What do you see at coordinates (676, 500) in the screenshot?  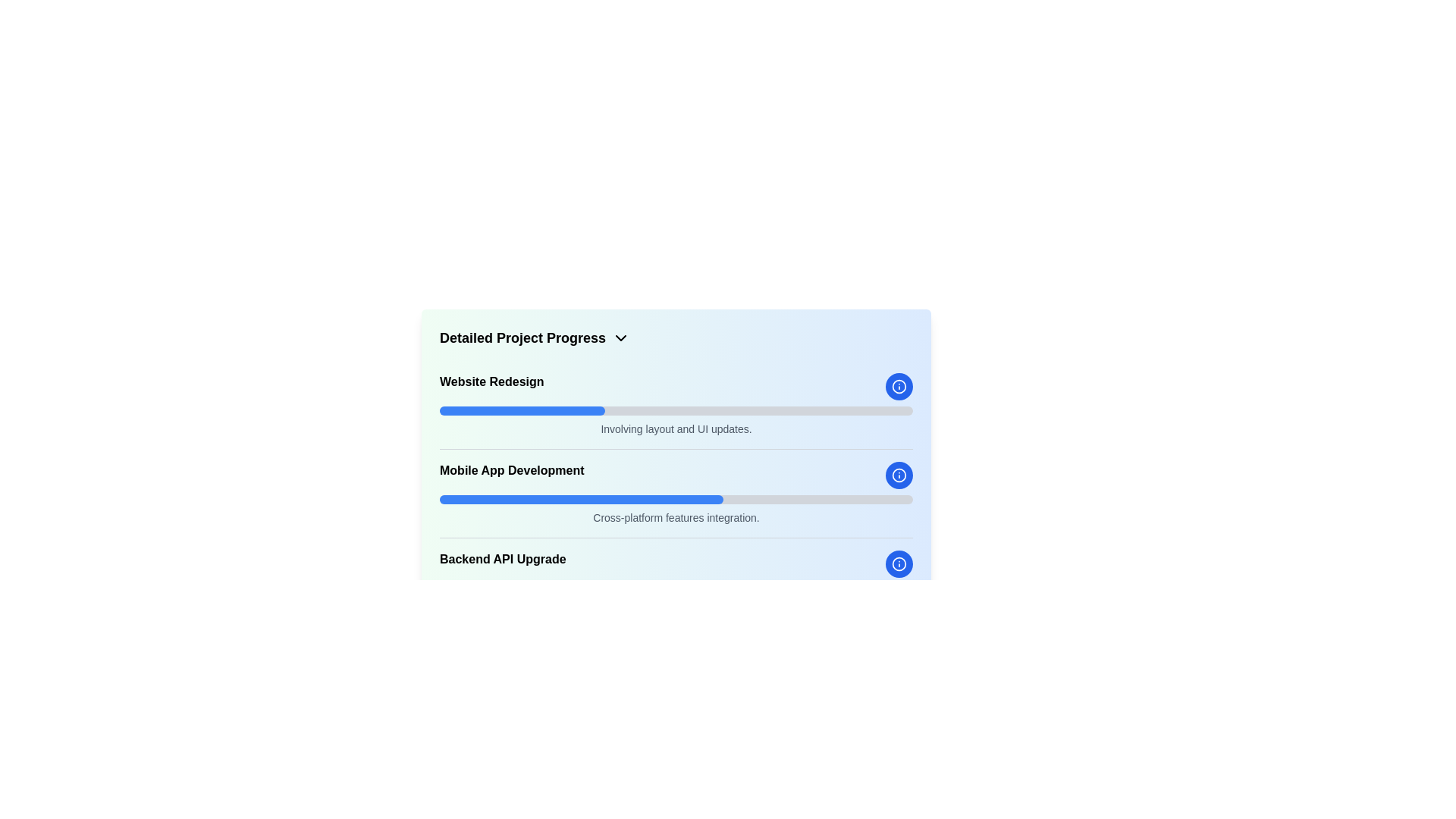 I see `the progress bar located below the 'Mobile App Development' text and above the 'Cross-platform features integration.' text` at bounding box center [676, 500].